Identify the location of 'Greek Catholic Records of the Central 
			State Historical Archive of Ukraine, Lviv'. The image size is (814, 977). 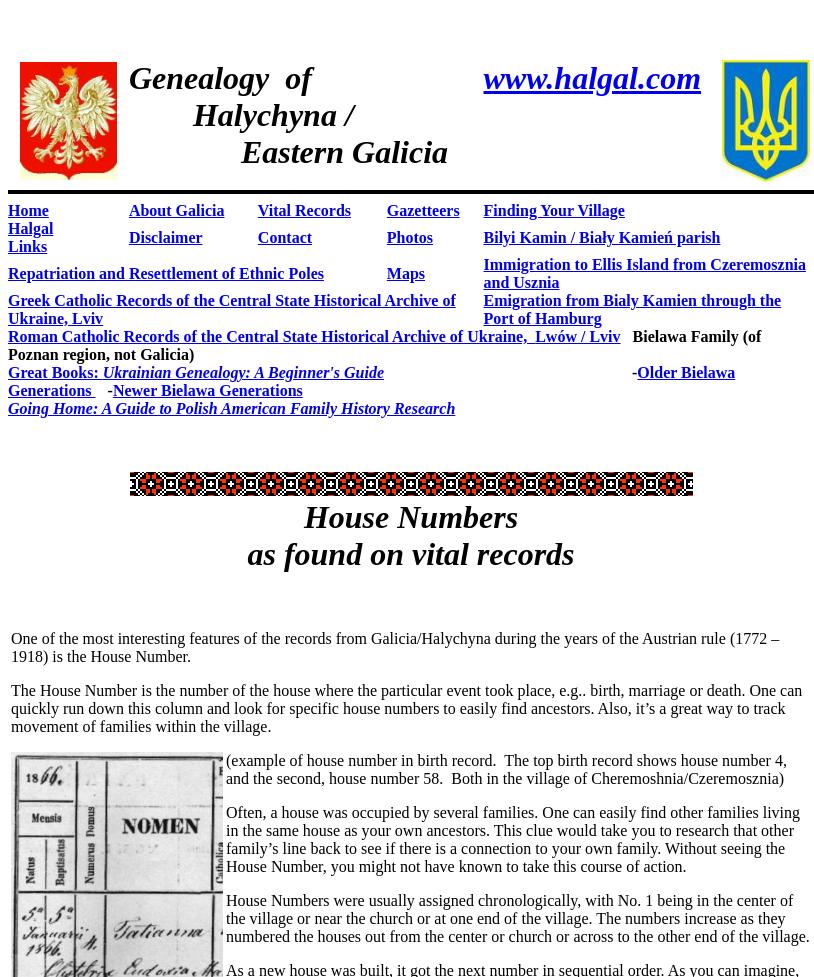
(231, 308).